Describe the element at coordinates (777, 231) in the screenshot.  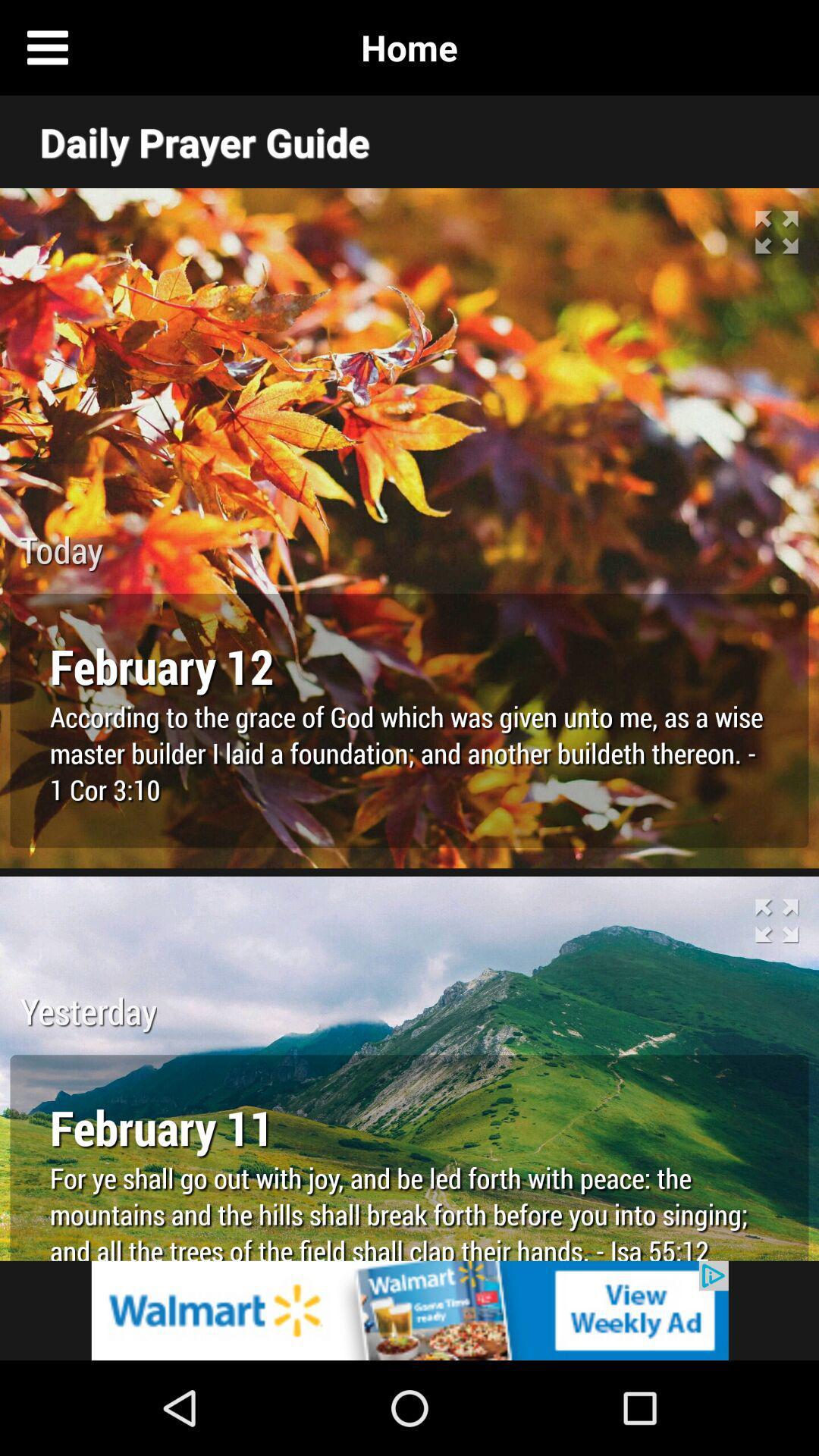
I see `the maximize icon of the first image` at that location.